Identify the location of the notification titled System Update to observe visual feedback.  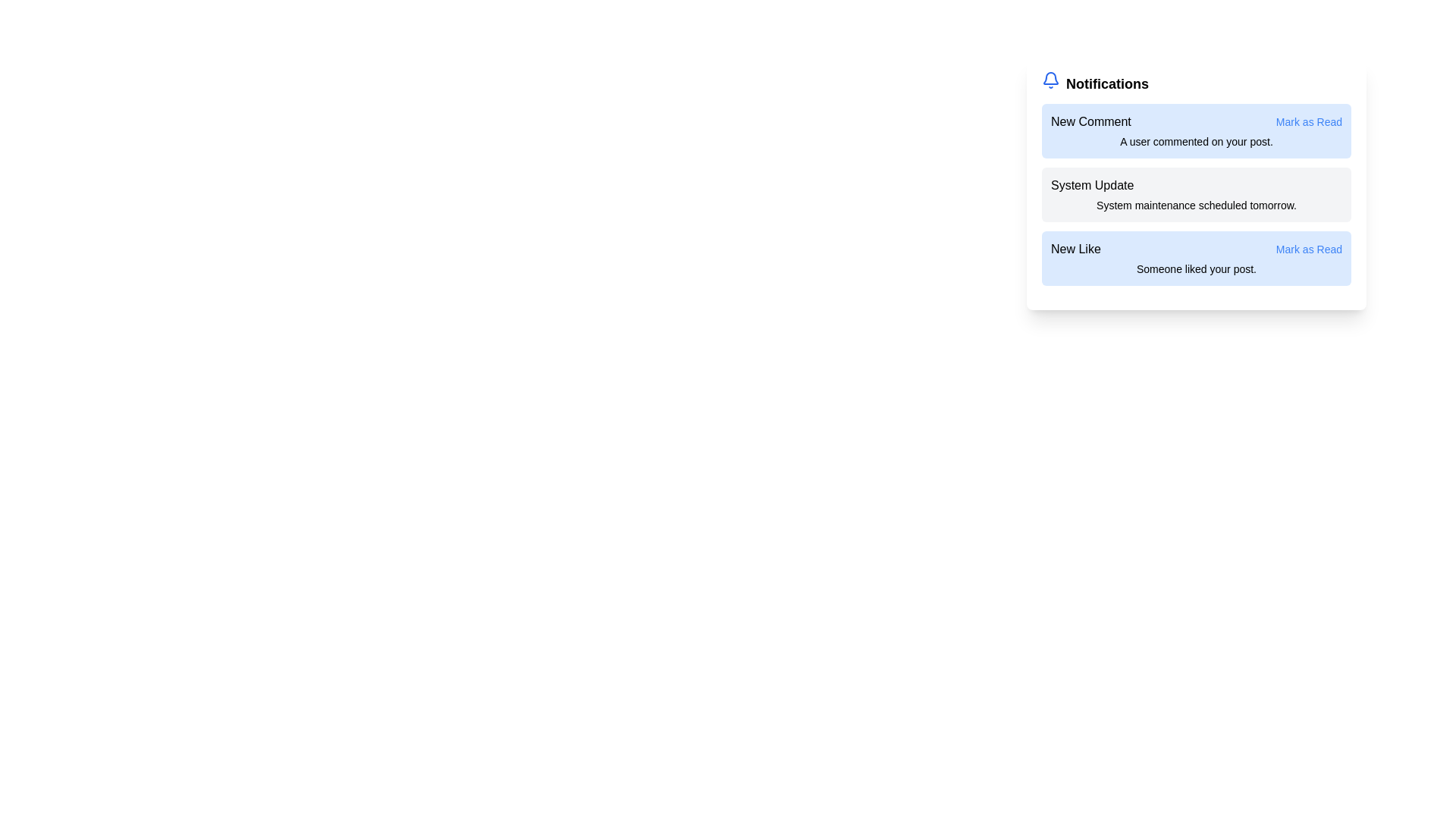
(1196, 194).